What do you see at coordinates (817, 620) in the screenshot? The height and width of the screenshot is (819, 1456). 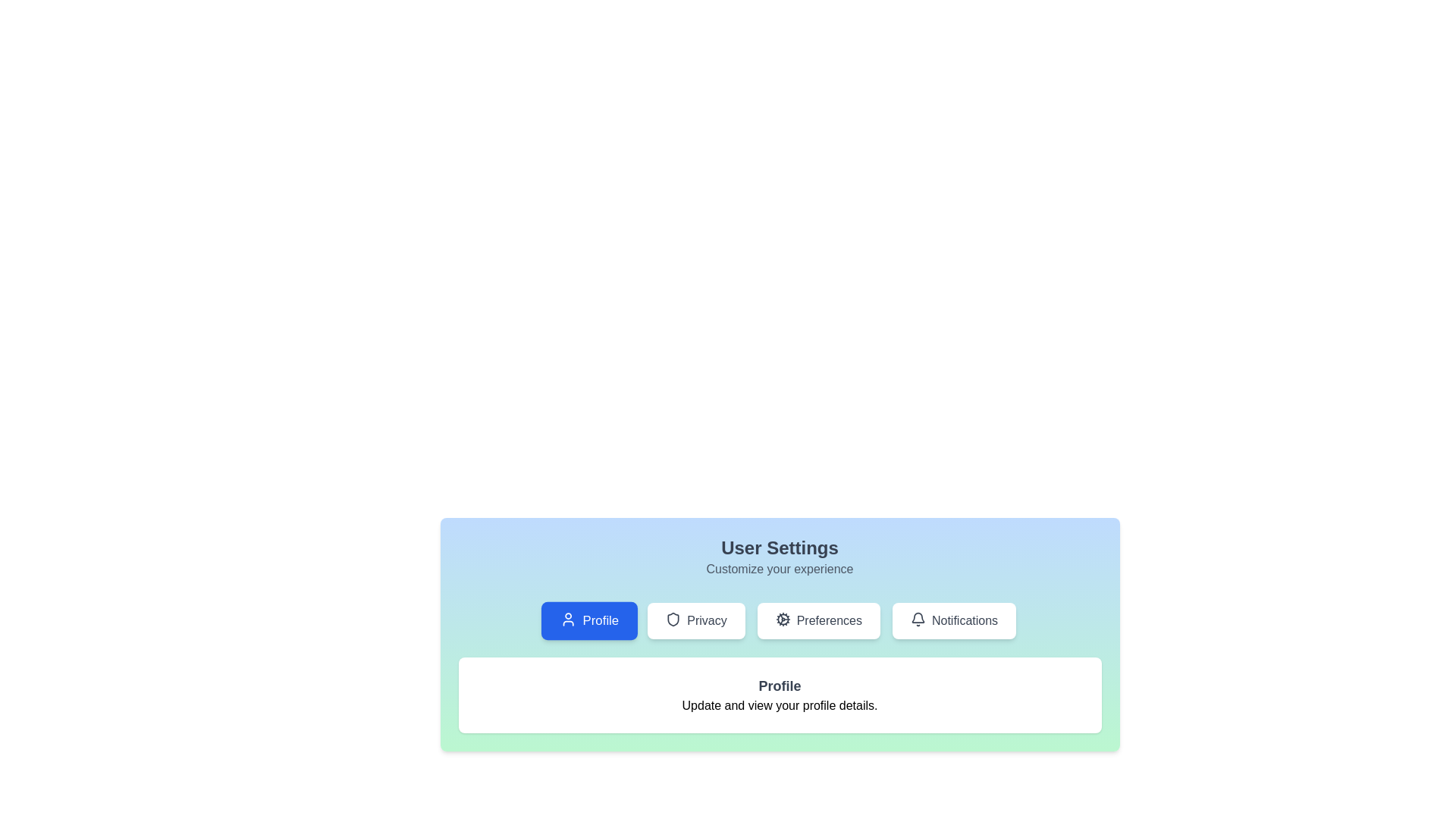 I see `the Preferences tab to view its content` at bounding box center [817, 620].